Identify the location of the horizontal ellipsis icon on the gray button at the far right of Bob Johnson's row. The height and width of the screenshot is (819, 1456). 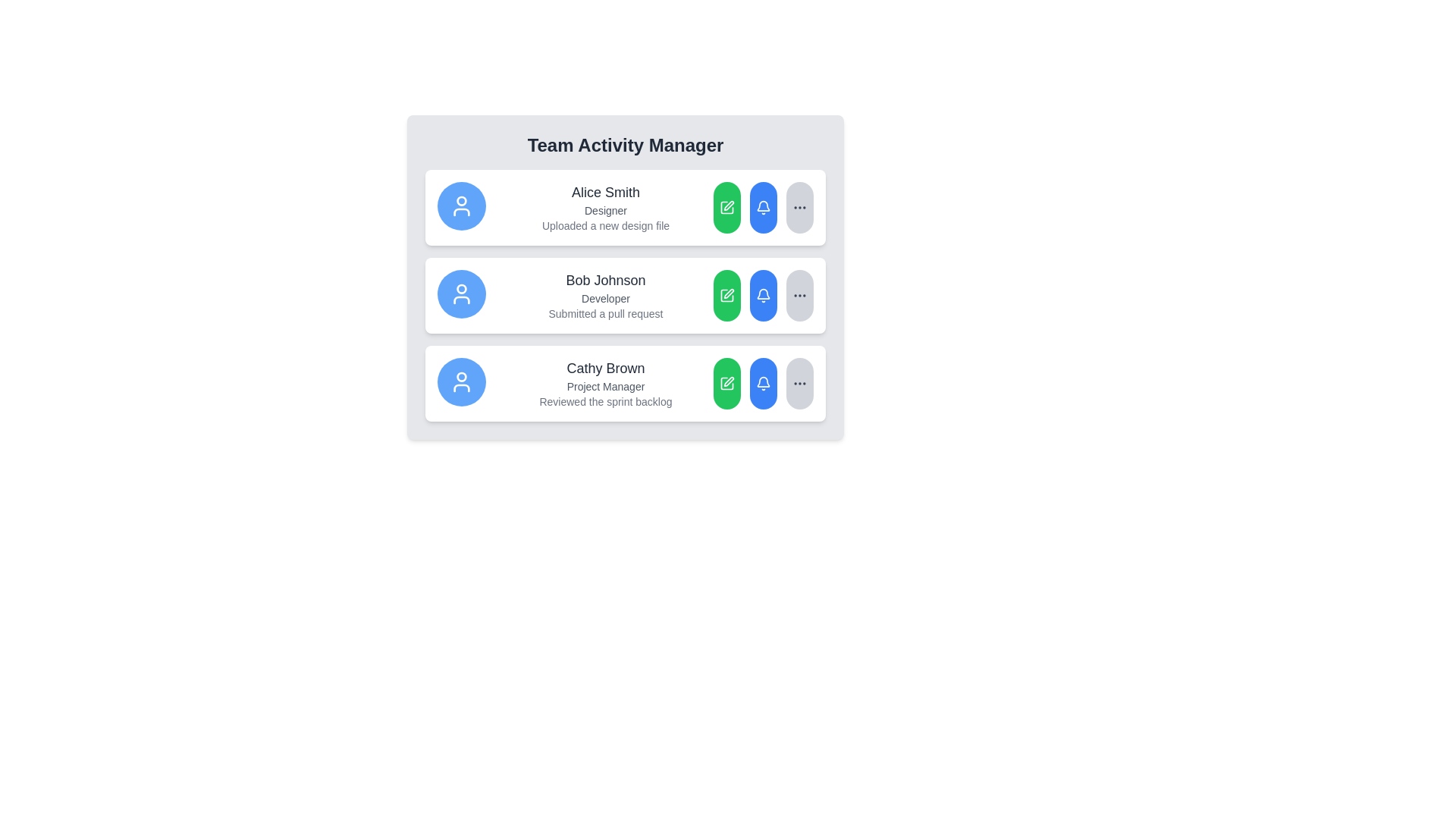
(799, 295).